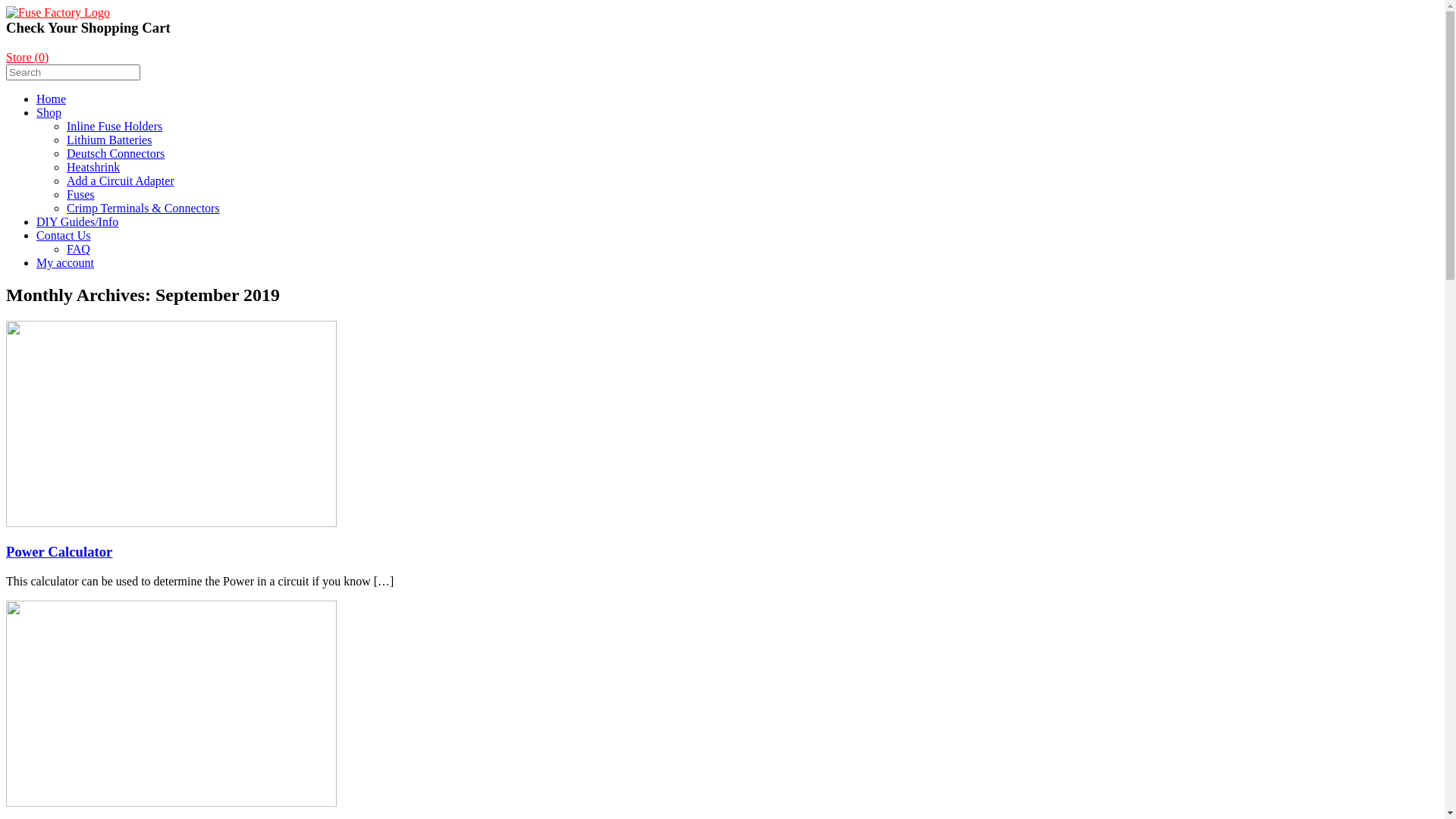 This screenshot has width=1456, height=819. Describe the element at coordinates (76, 221) in the screenshot. I see `'DIY Guides/Info'` at that location.